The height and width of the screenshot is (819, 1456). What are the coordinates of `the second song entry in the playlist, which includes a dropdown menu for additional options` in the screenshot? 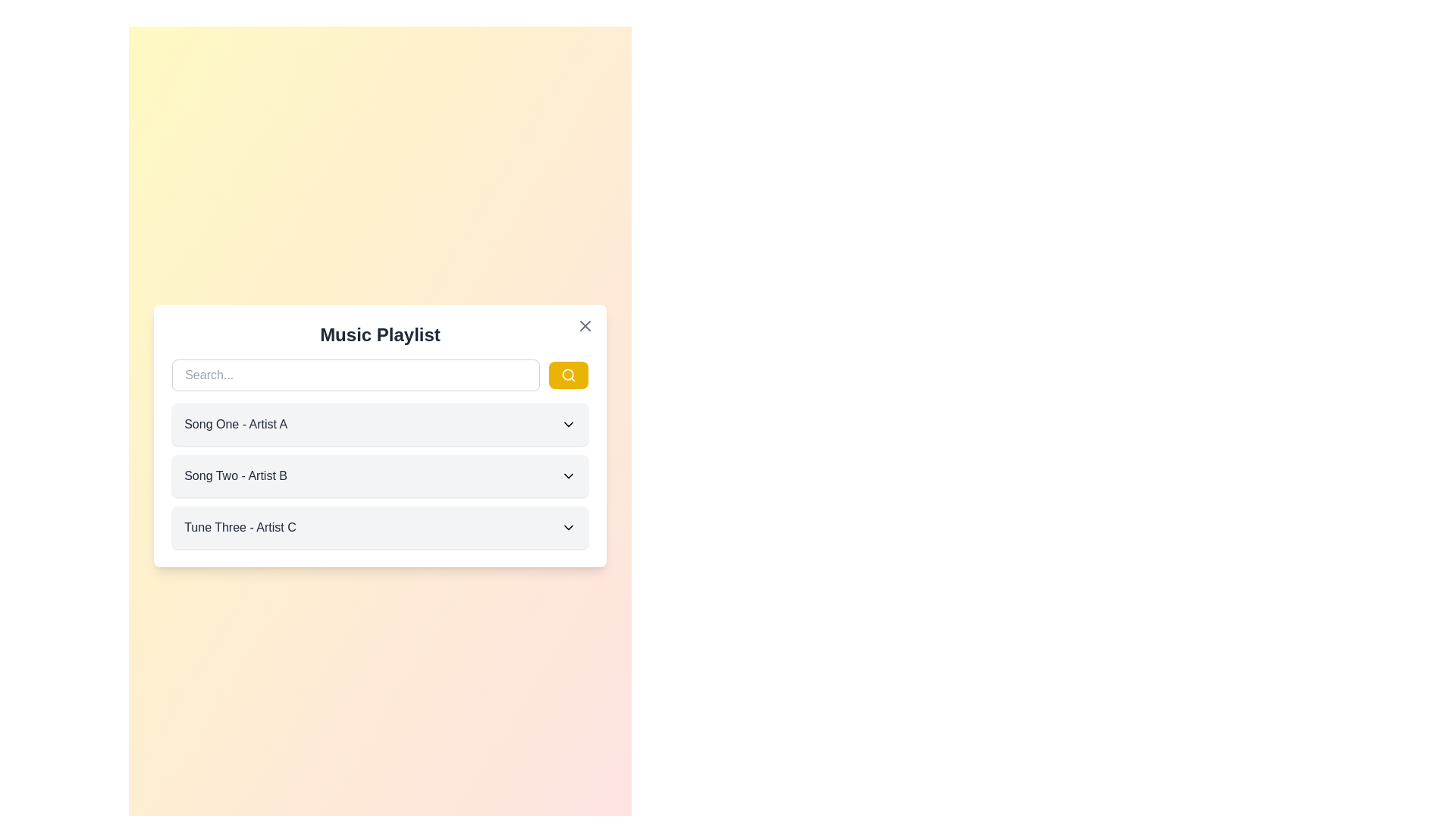 It's located at (380, 475).